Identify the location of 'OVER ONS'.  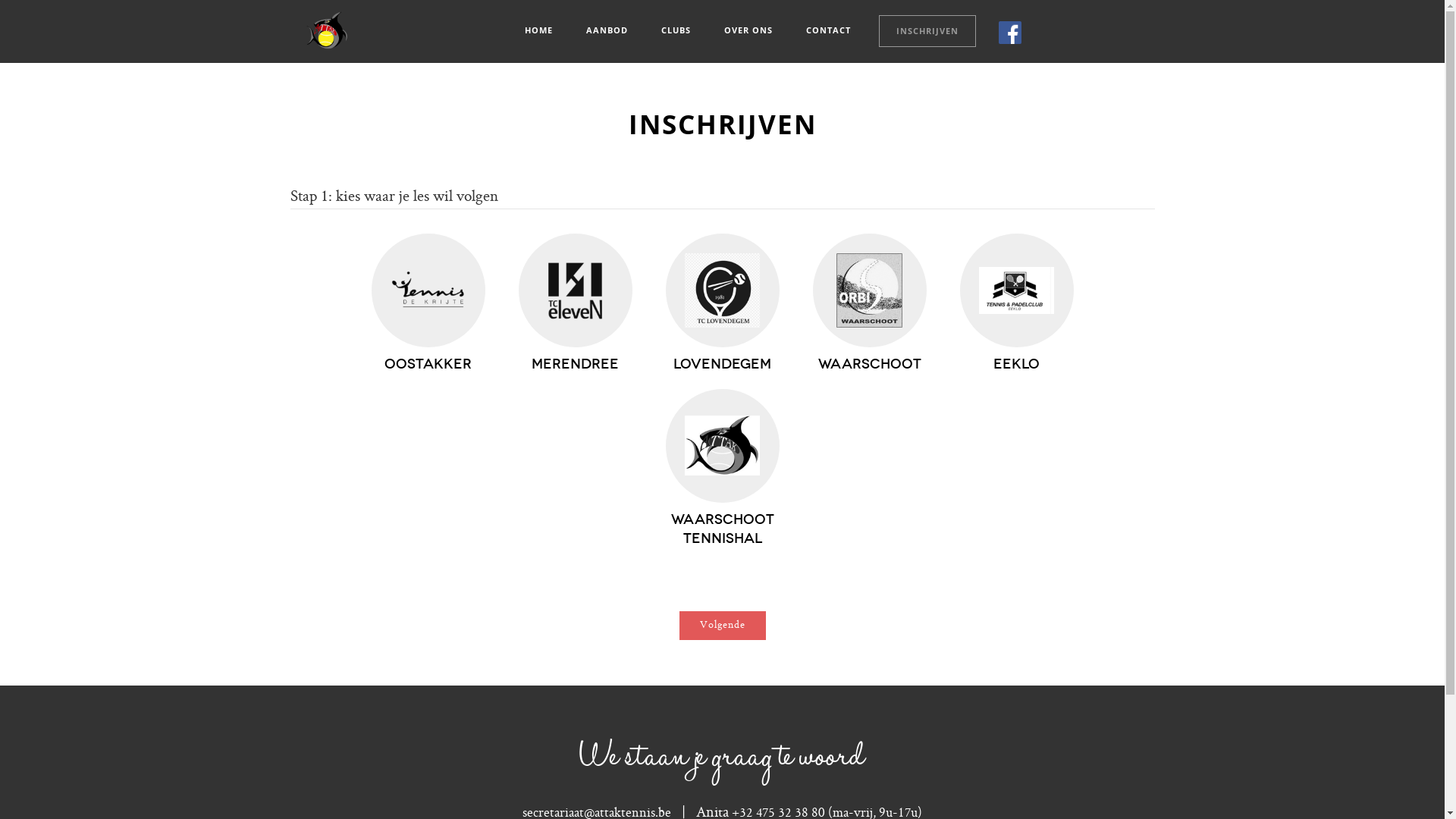
(705, 30).